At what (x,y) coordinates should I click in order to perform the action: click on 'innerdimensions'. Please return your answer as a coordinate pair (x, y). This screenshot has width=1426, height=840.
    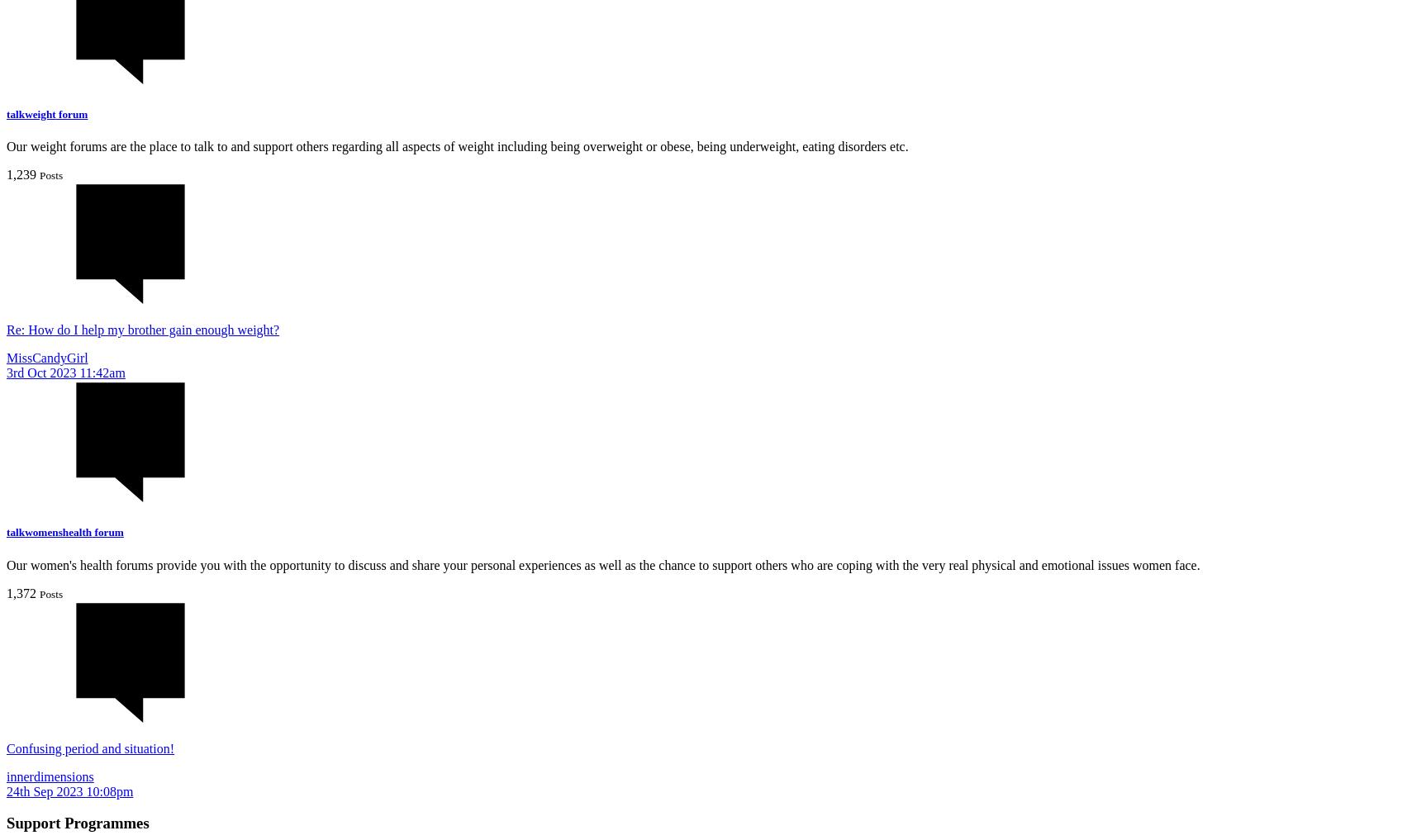
    Looking at the image, I should click on (50, 775).